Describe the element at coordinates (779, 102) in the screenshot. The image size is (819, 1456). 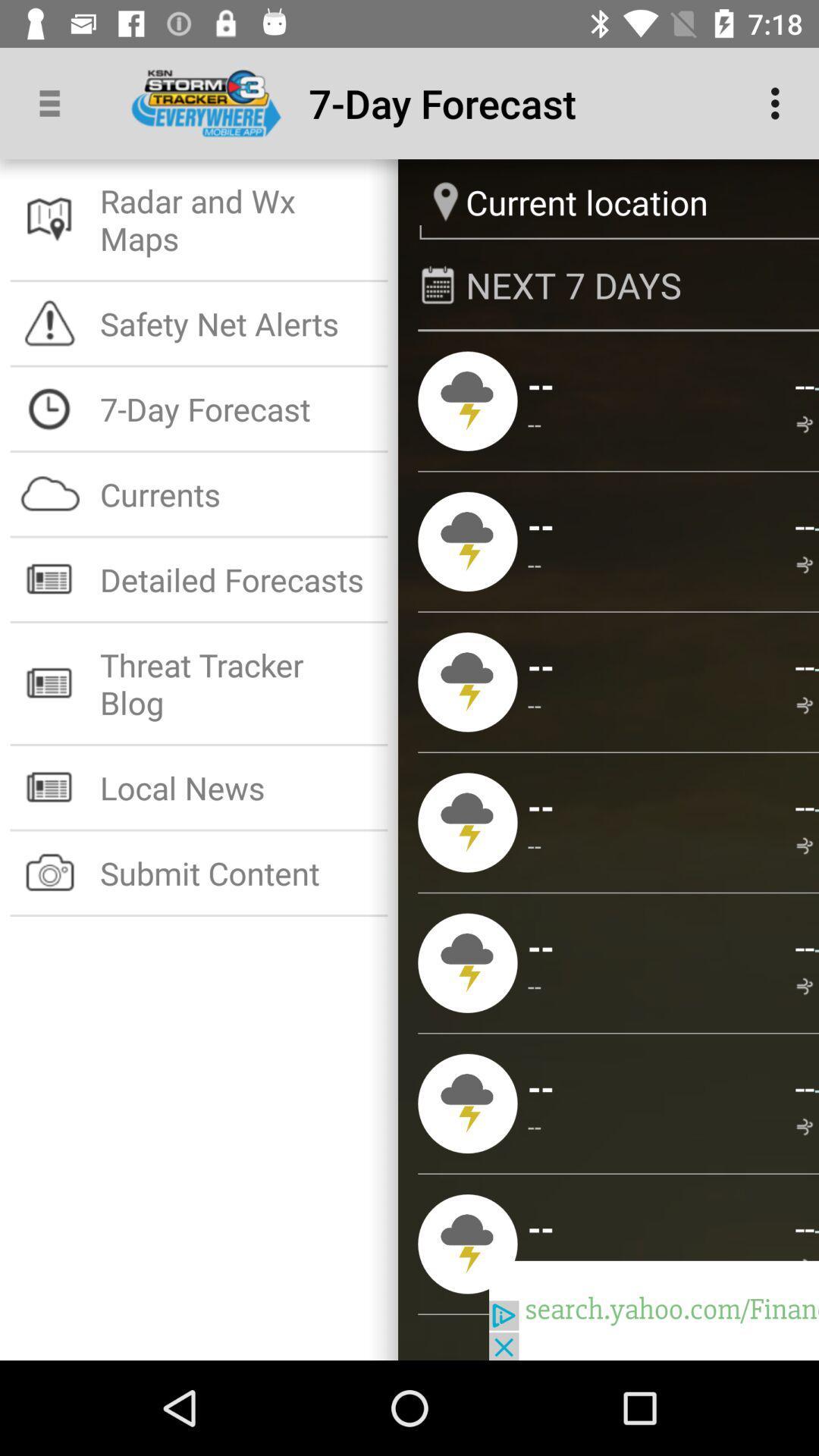
I see `the item next to 7-day forecast icon` at that location.